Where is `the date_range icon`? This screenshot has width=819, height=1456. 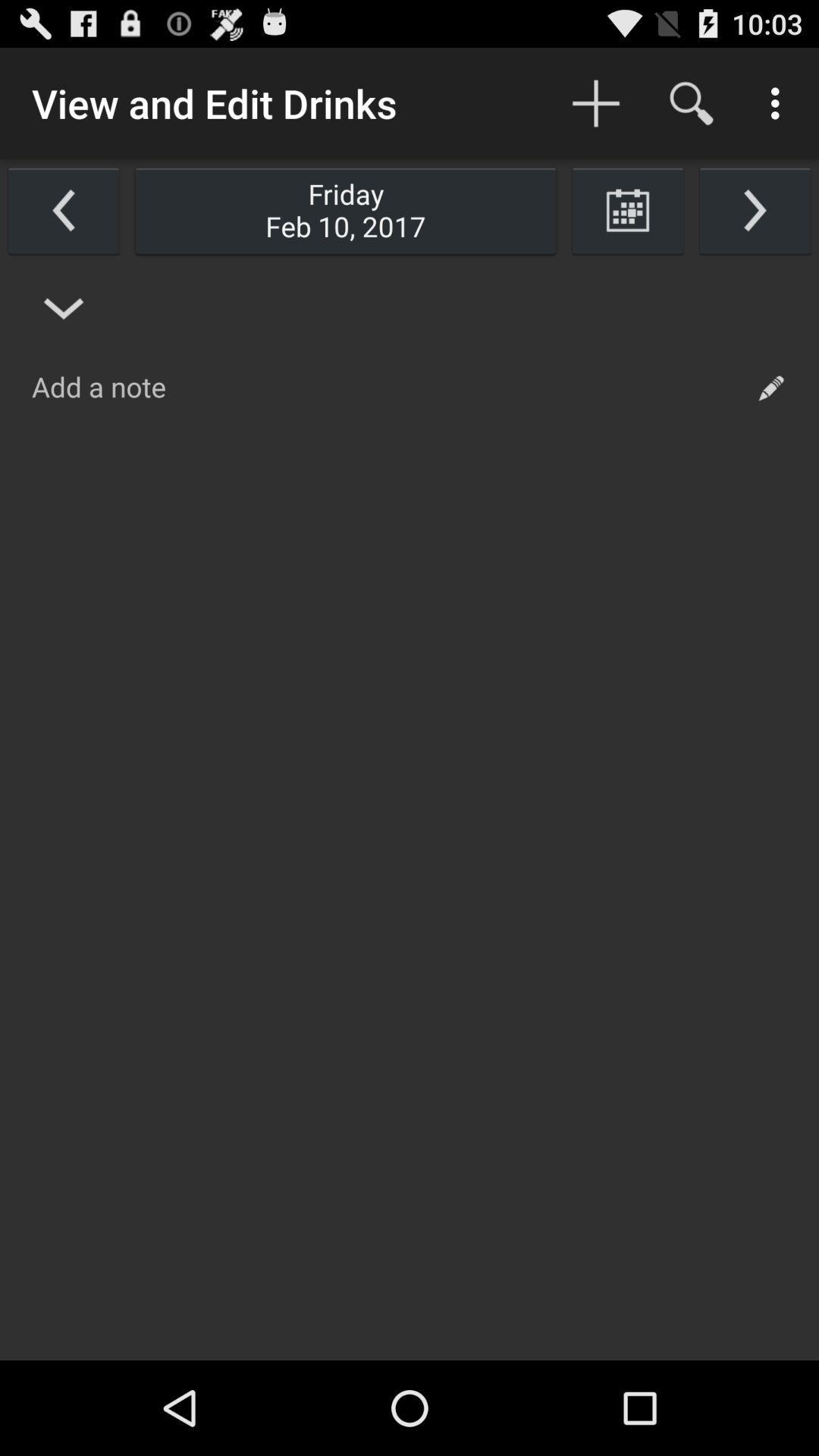 the date_range icon is located at coordinates (628, 224).